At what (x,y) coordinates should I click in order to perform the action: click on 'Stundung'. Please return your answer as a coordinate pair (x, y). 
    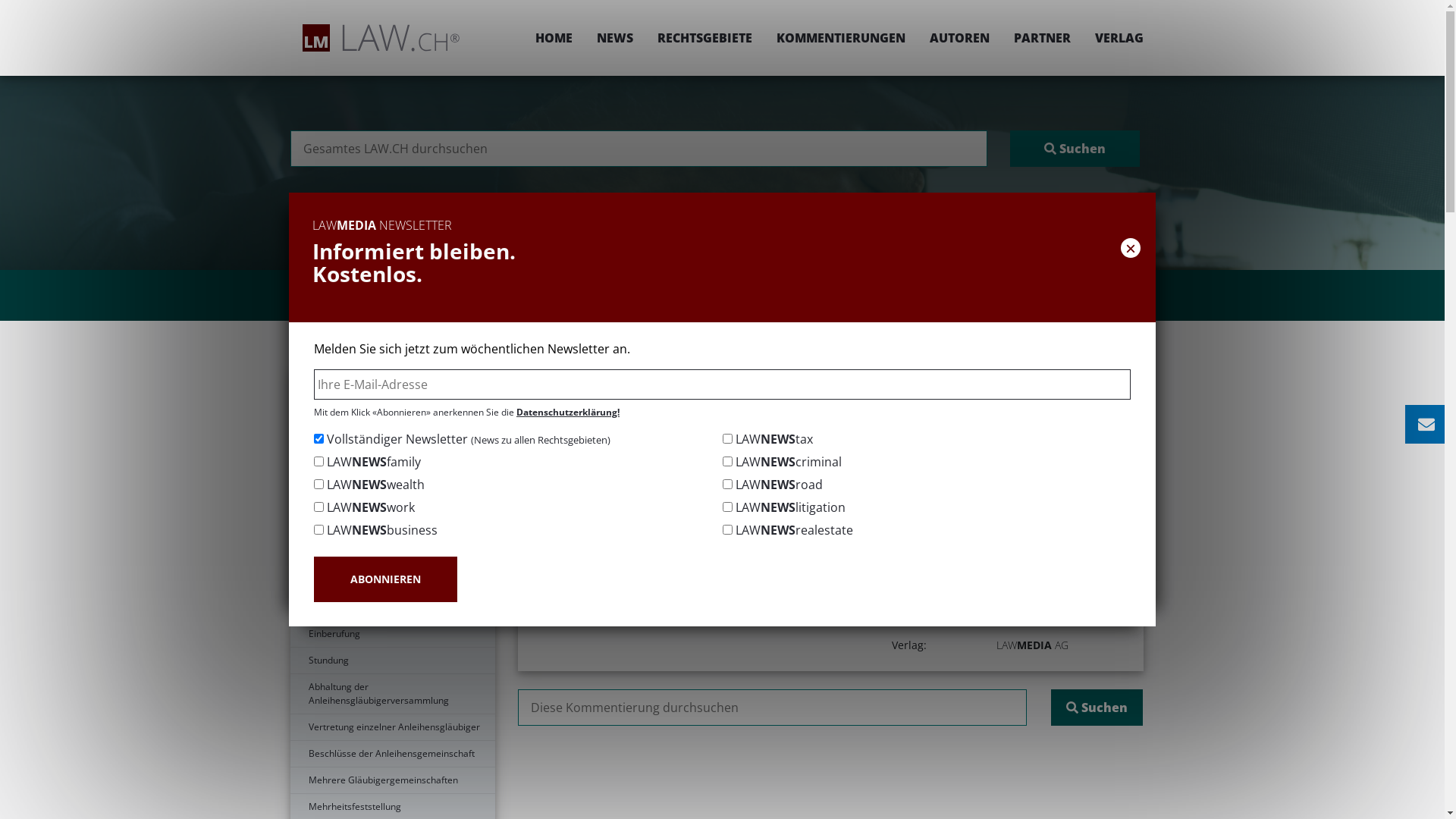
    Looking at the image, I should click on (392, 660).